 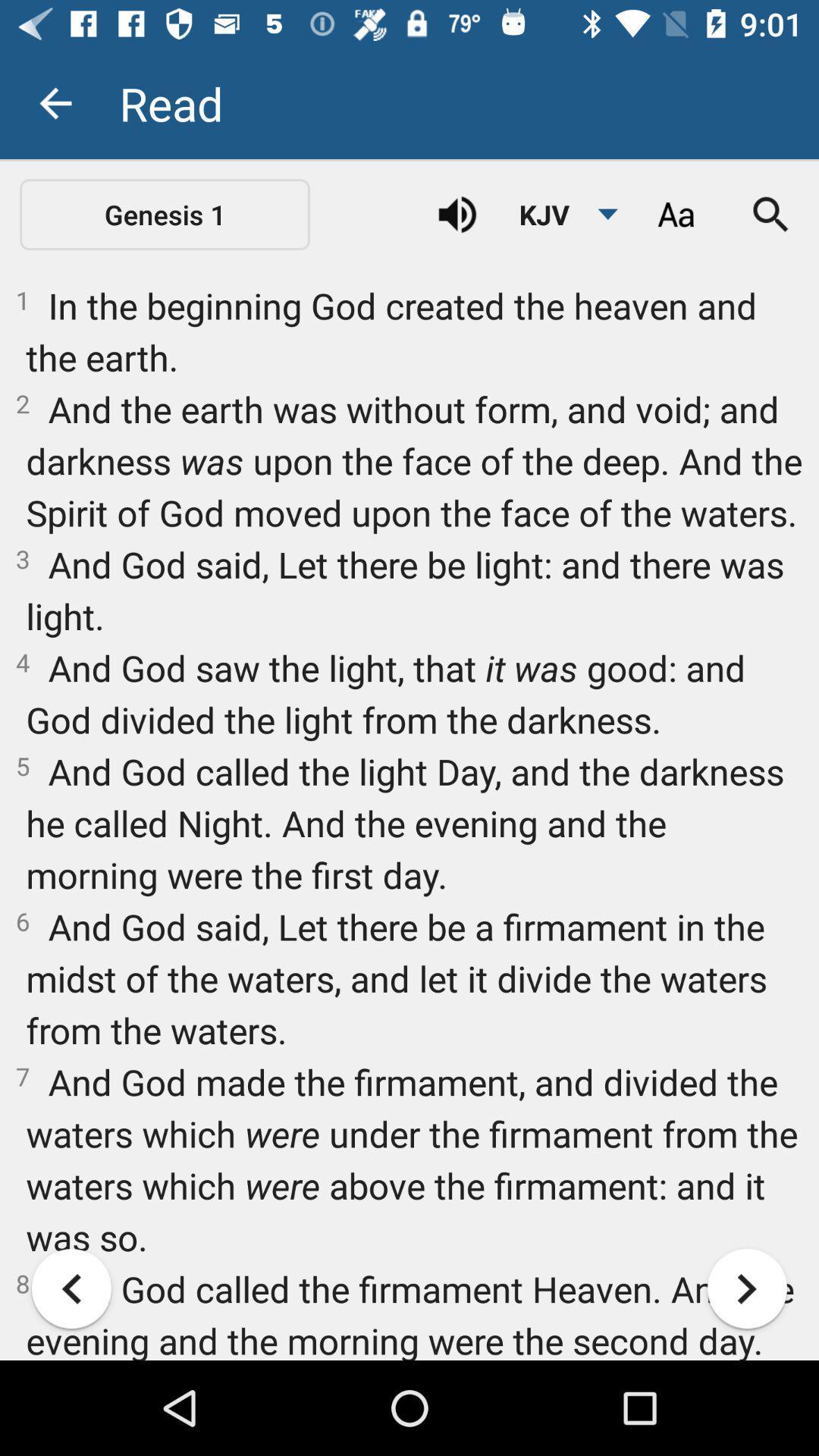 I want to click on the arrow_forward icon, so click(x=746, y=1288).